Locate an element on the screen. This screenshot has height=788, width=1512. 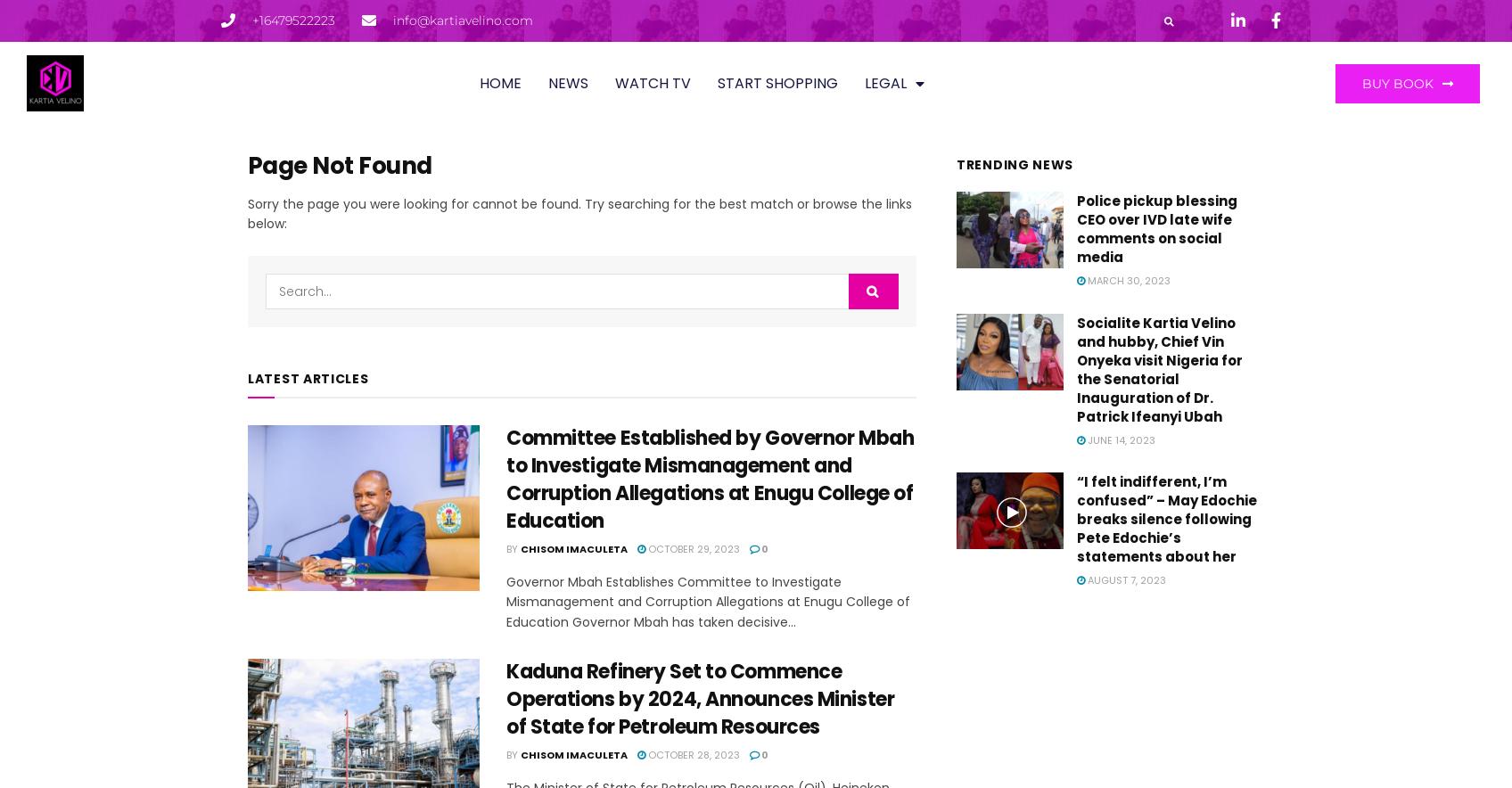
'March 30, 2023' is located at coordinates (1084, 280).